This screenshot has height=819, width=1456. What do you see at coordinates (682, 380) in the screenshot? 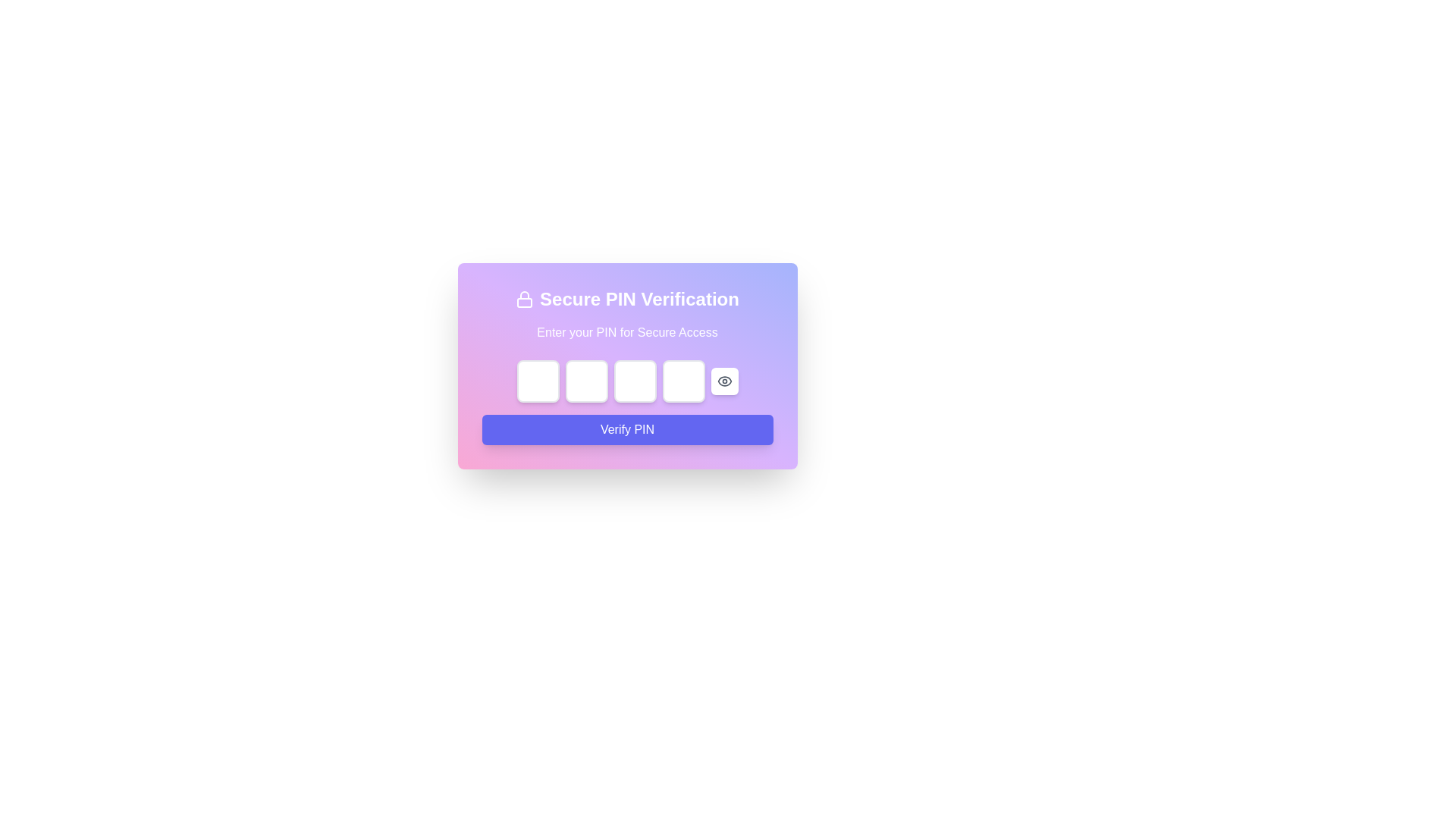
I see `on the fourth password input box in the PIN verification interface` at bounding box center [682, 380].